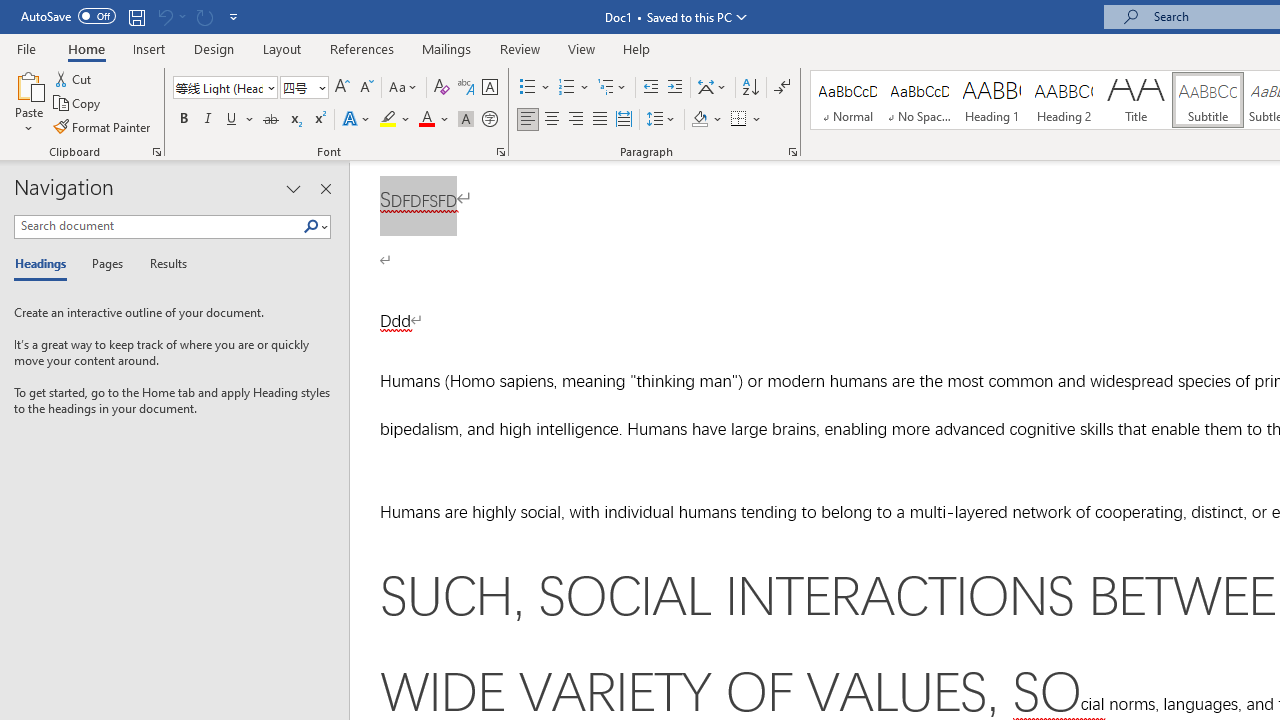  I want to click on 'Decrease Indent', so click(650, 86).